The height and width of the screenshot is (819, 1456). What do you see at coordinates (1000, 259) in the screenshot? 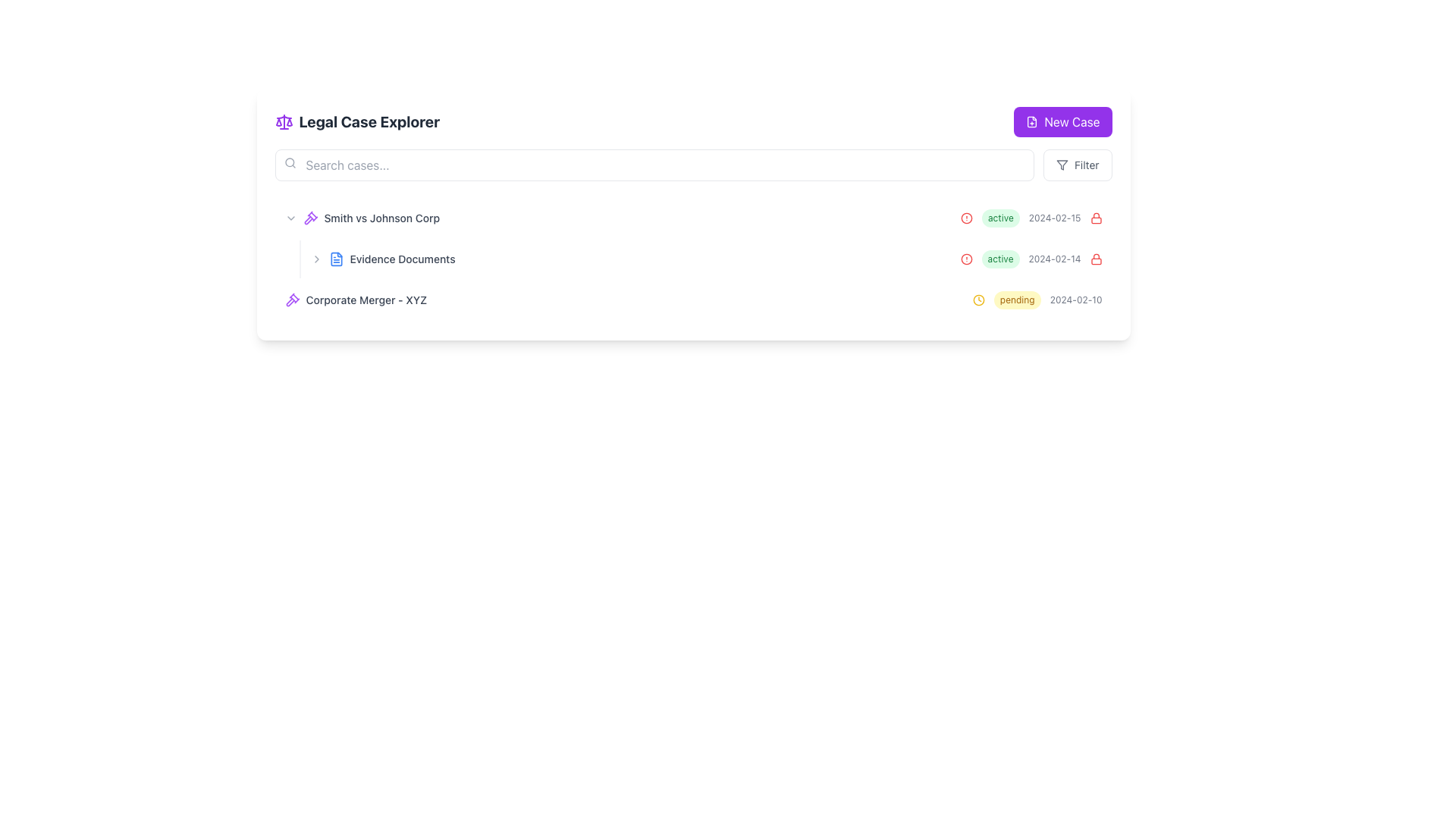
I see `the Status Indicator badge with the text 'active', which has a pale green background and is located in the second row of the status list, between an icon and the date '2024-02-14'` at bounding box center [1000, 259].